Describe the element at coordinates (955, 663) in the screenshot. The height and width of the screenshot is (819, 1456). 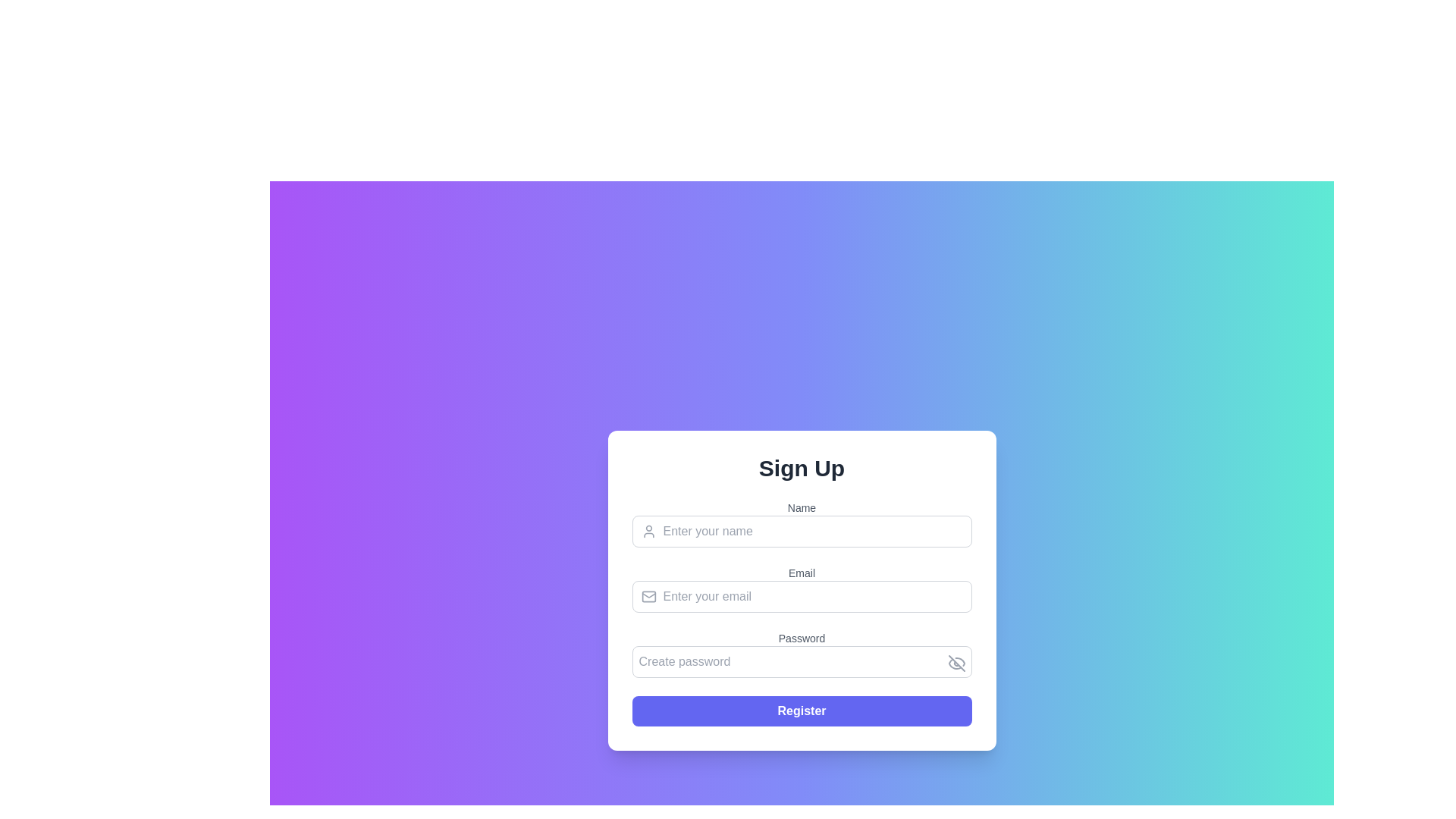
I see `the icon button located to the right of the 'Password' text input field` at that location.